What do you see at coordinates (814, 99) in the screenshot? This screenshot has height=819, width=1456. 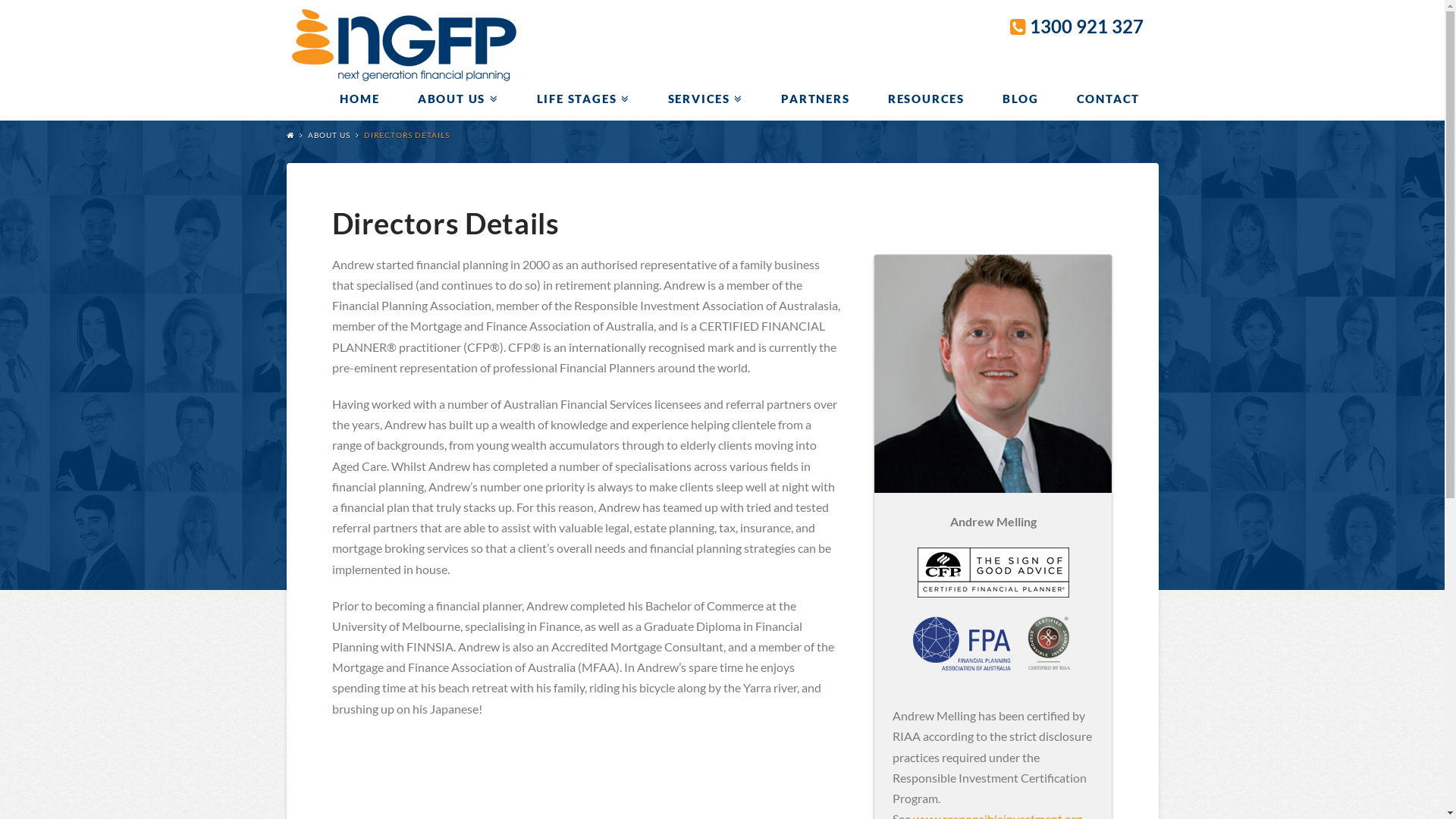 I see `'PARTNERS'` at bounding box center [814, 99].